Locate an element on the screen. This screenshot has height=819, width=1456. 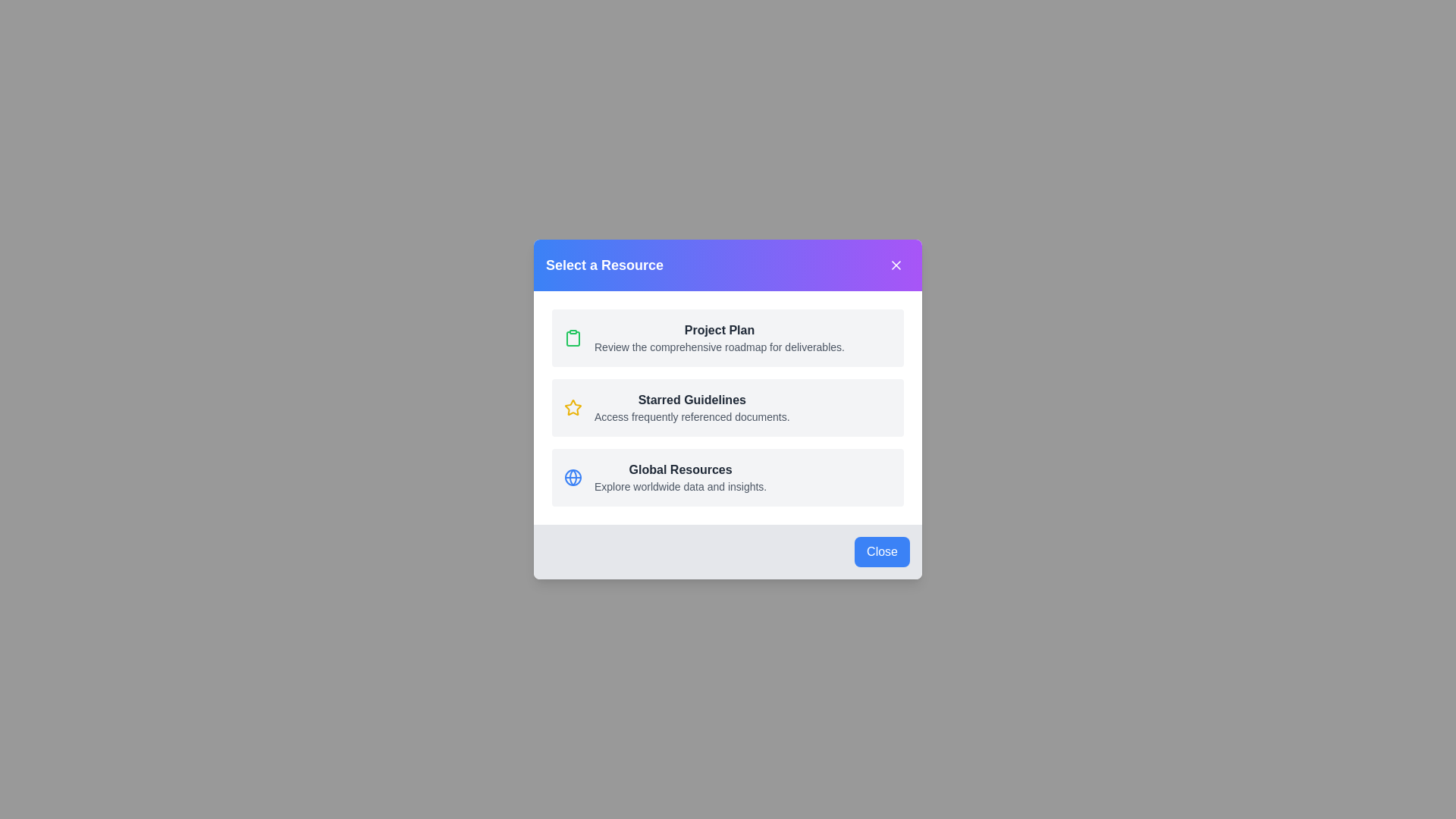
the 'Close' button in the footer of the dialog to close it is located at coordinates (882, 552).